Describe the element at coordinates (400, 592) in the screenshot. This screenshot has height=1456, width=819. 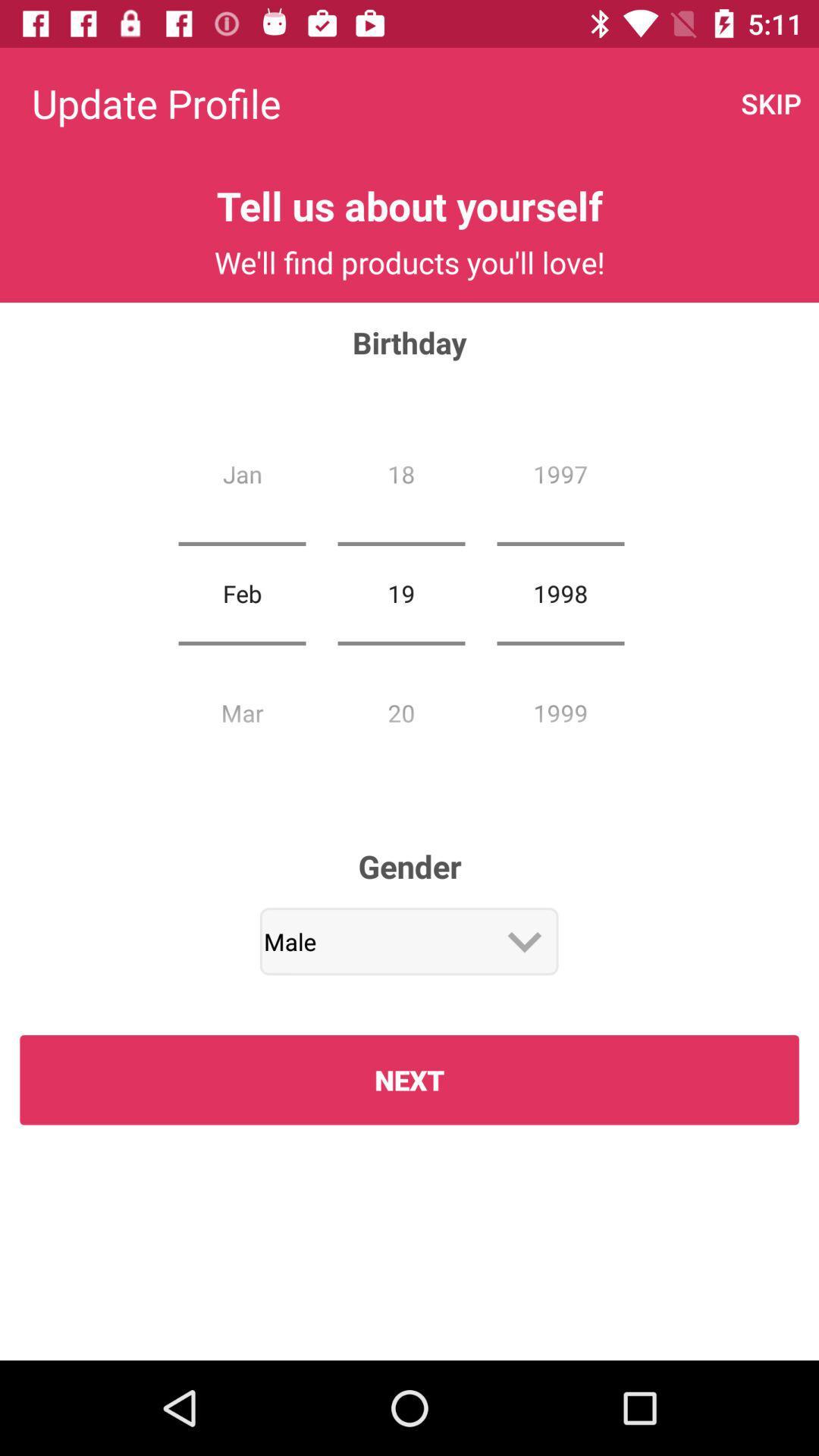
I see `item next to feb icon` at that location.